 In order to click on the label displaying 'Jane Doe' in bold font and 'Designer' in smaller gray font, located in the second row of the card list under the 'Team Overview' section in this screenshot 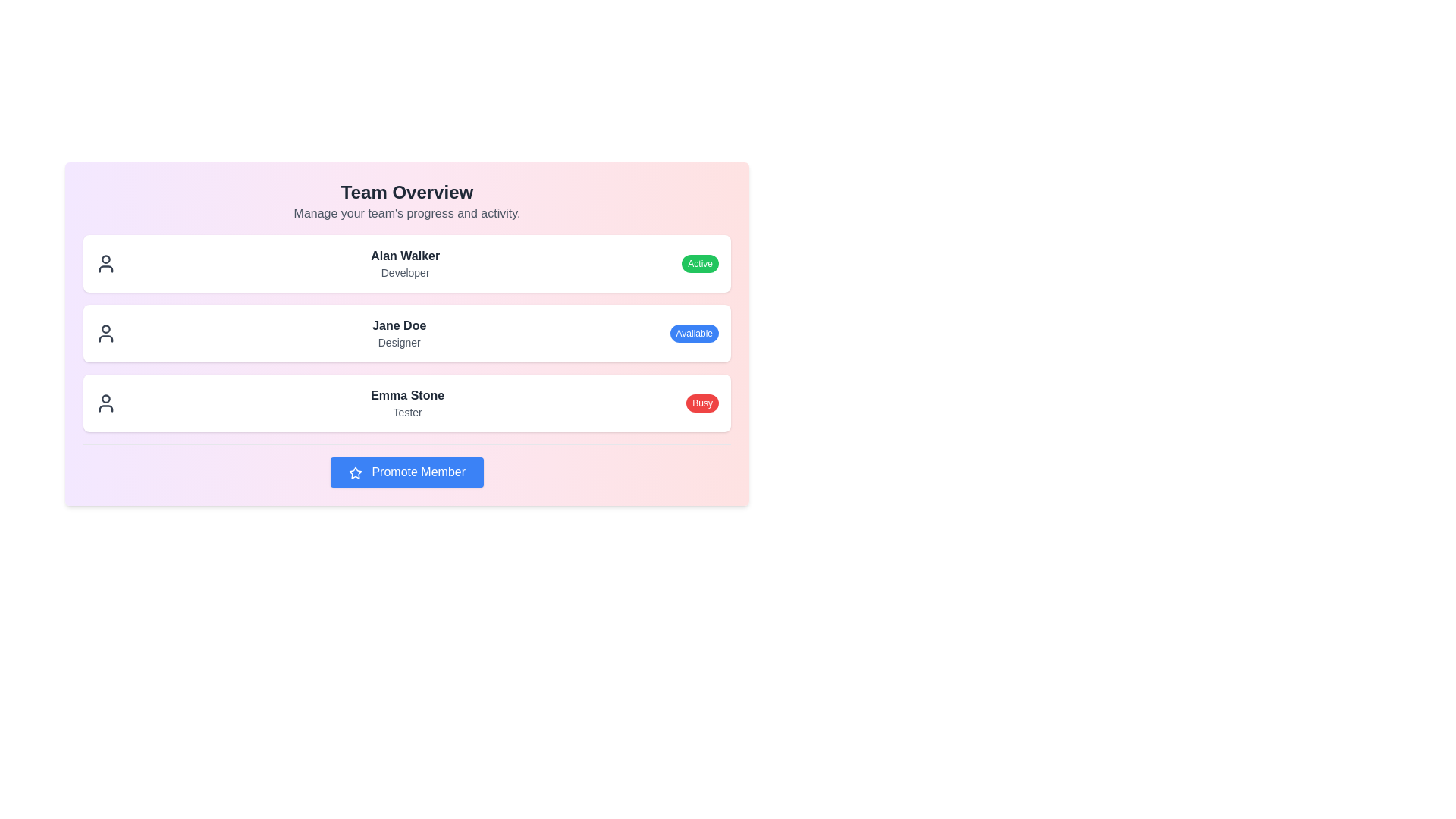, I will do `click(399, 332)`.